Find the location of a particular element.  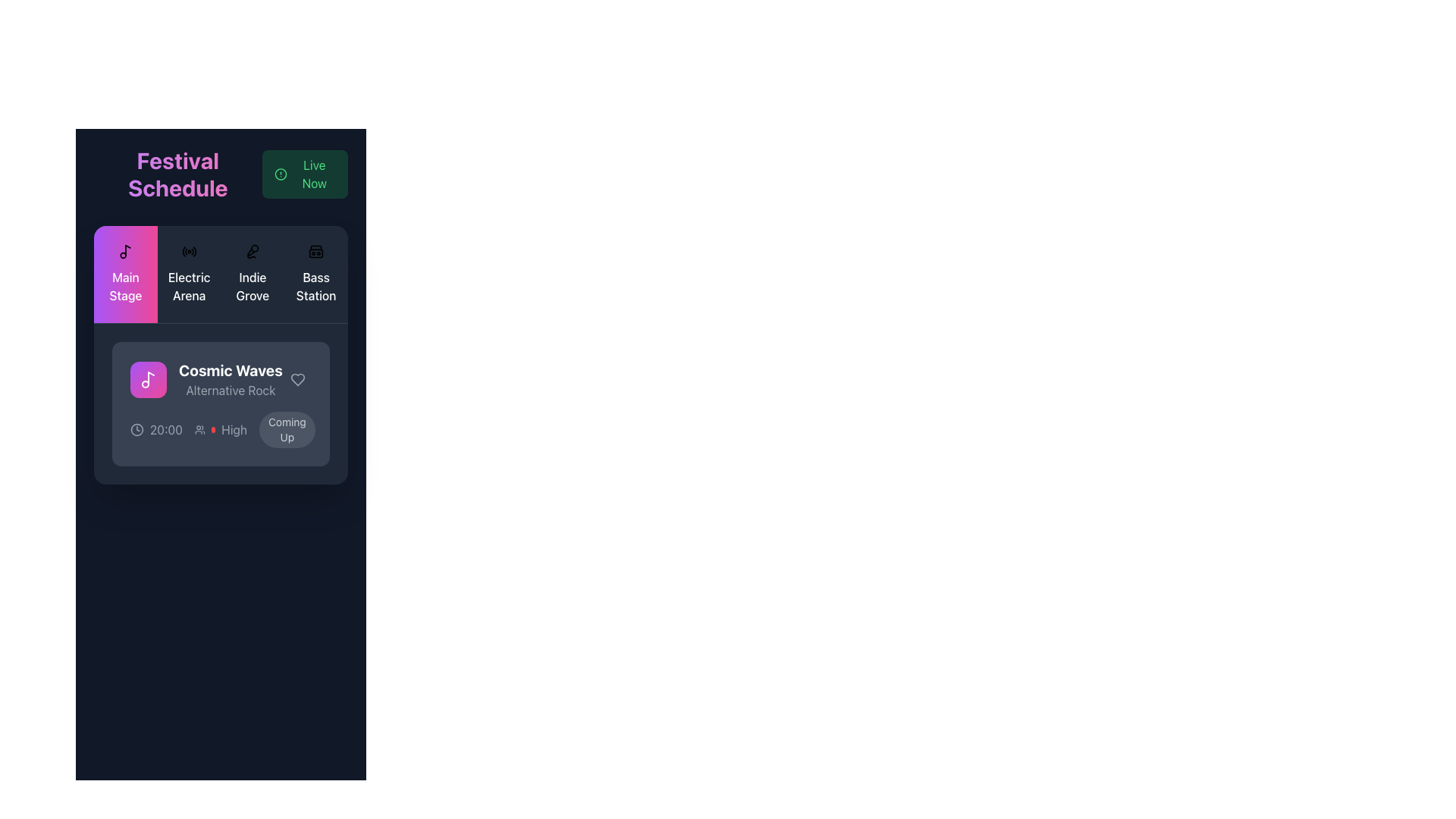

the text label reading 'Bass Station', which is the last element in a vertical list of stage labels for schedule navigation, styled with a medium-weight font and white color against a dark background is located at coordinates (315, 287).